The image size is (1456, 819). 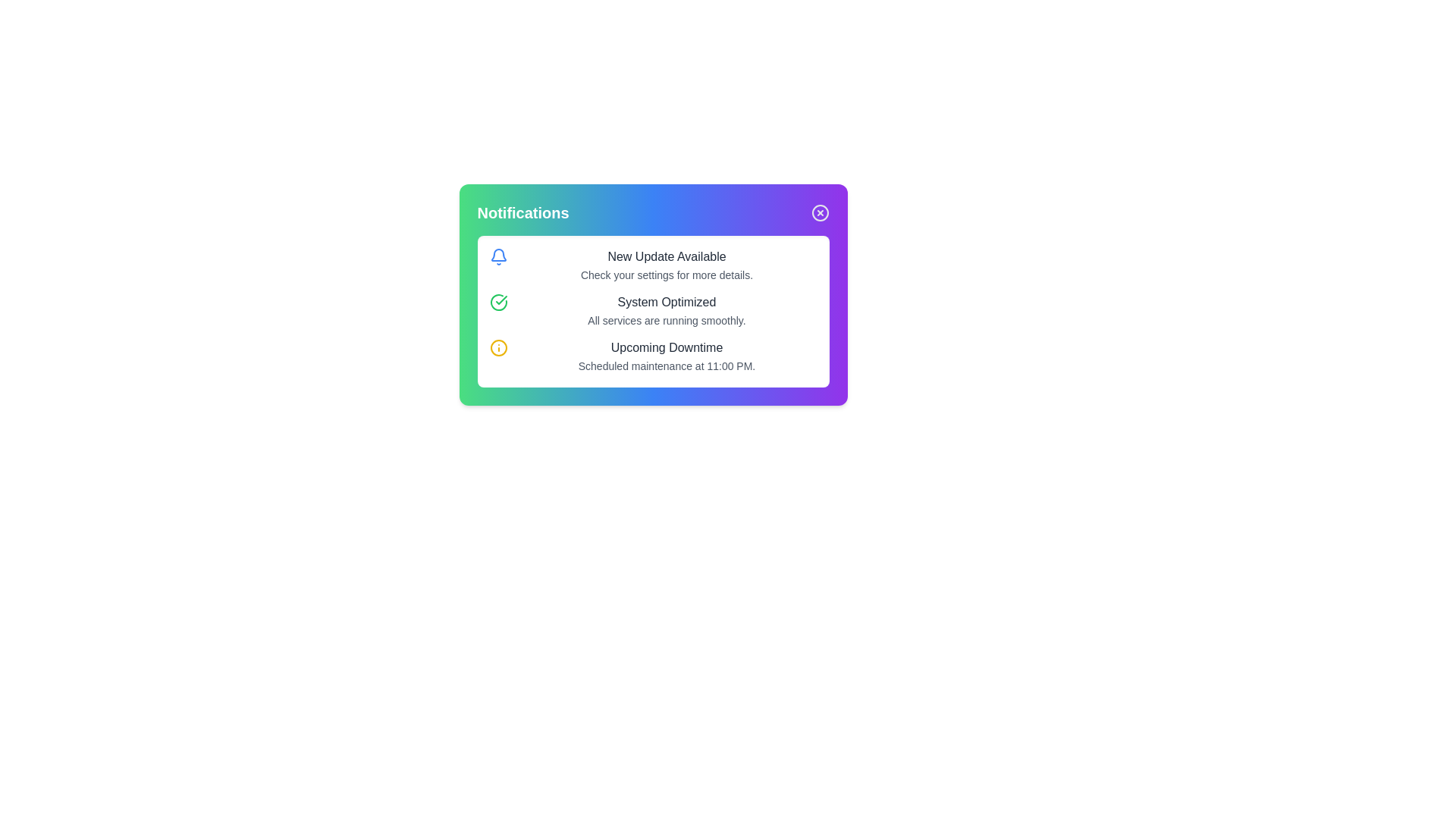 What do you see at coordinates (653, 265) in the screenshot?
I see `the first notification entry that informs the user about a new update, located at the top of the notifications list` at bounding box center [653, 265].